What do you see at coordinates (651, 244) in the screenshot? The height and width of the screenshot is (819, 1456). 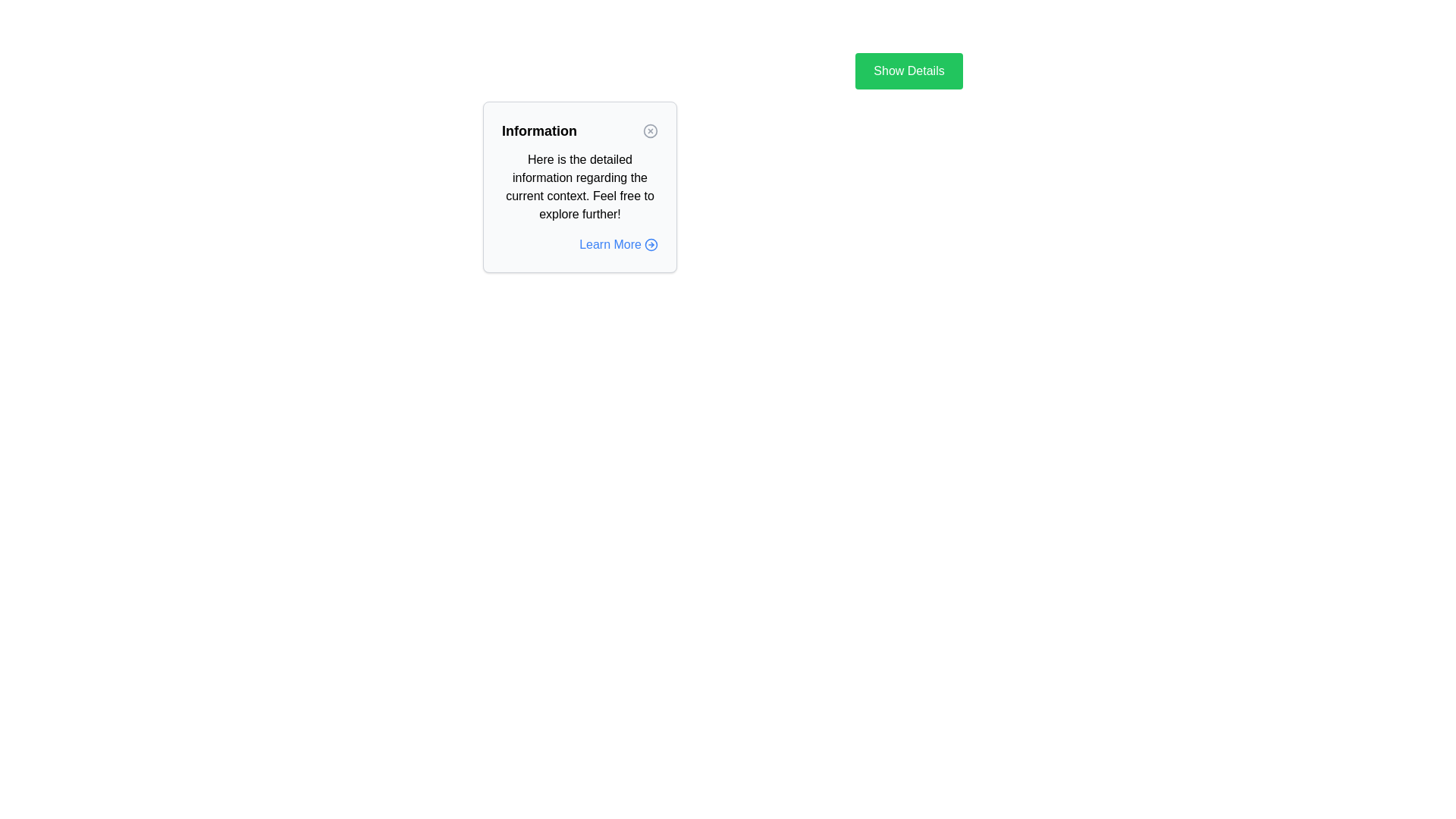 I see `the navigation icon located at the right end of the 'Learn More' text link in the lower section of the informational card` at bounding box center [651, 244].